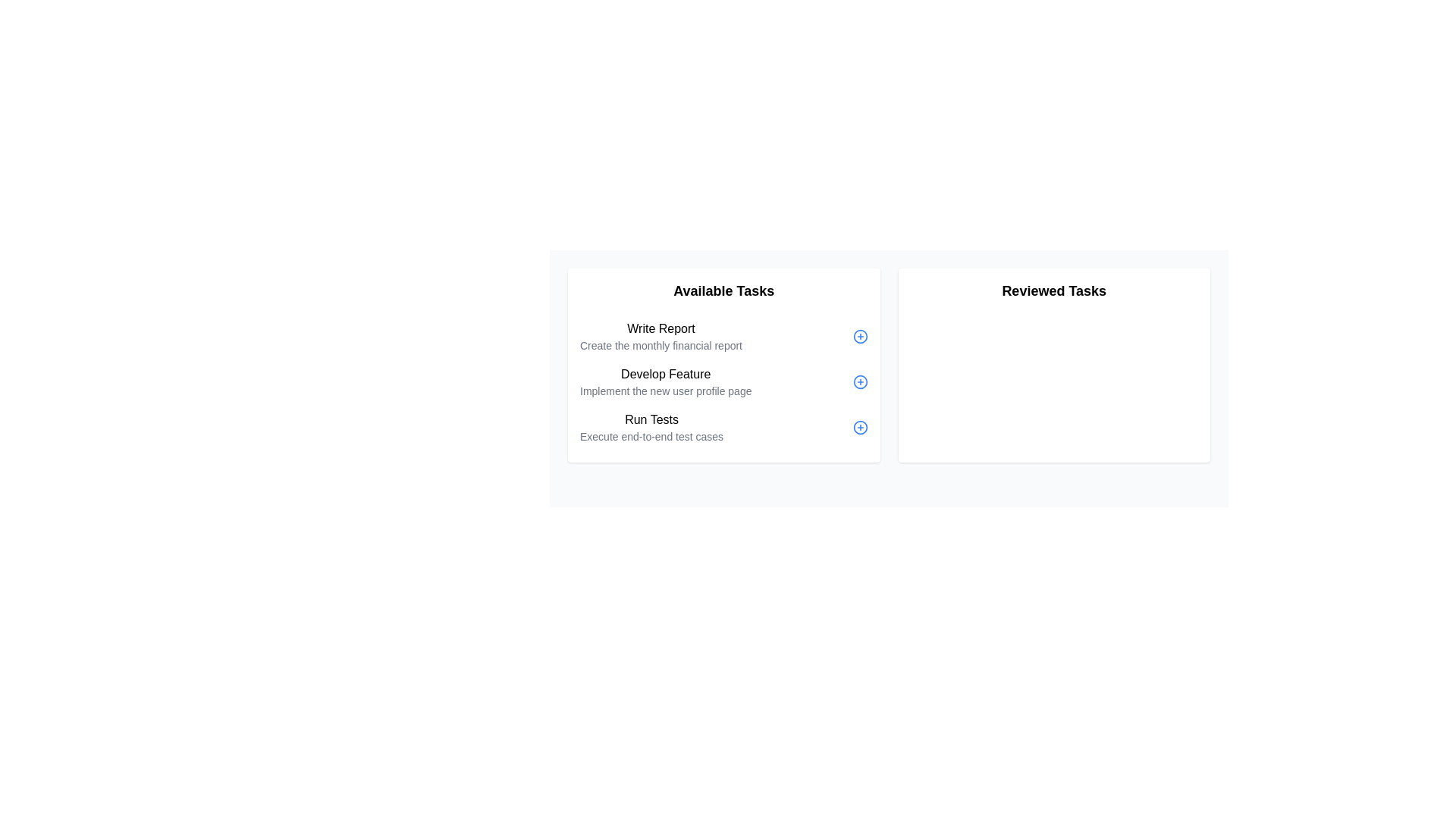 The image size is (1456, 819). I want to click on the text block styled with a small font size and gray color located below the 'Develop Feature' title in the 'Available Tasks' section, so click(666, 391).